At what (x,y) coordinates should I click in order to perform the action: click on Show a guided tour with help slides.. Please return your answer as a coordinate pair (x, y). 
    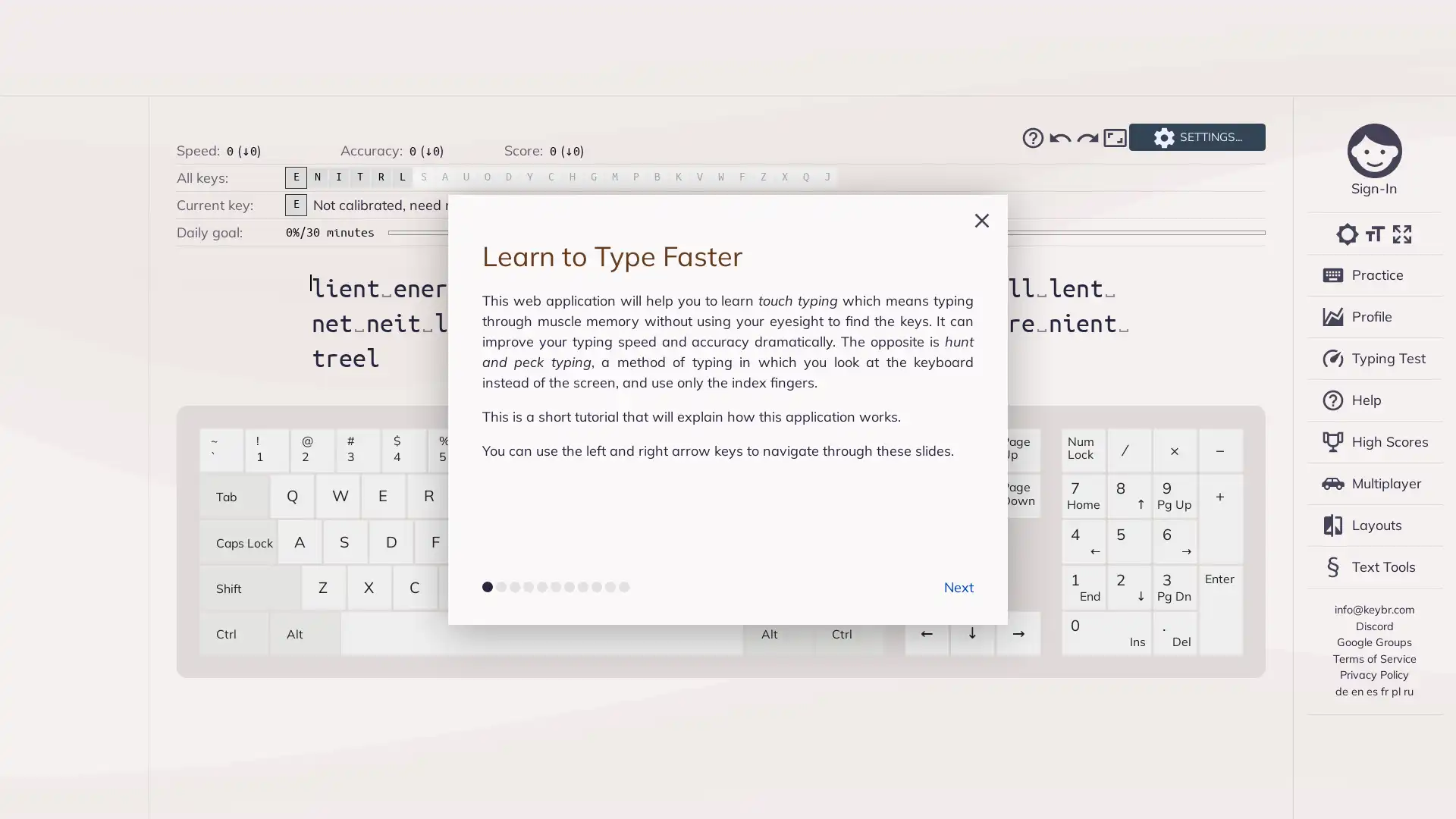
    Looking at the image, I should click on (1032, 137).